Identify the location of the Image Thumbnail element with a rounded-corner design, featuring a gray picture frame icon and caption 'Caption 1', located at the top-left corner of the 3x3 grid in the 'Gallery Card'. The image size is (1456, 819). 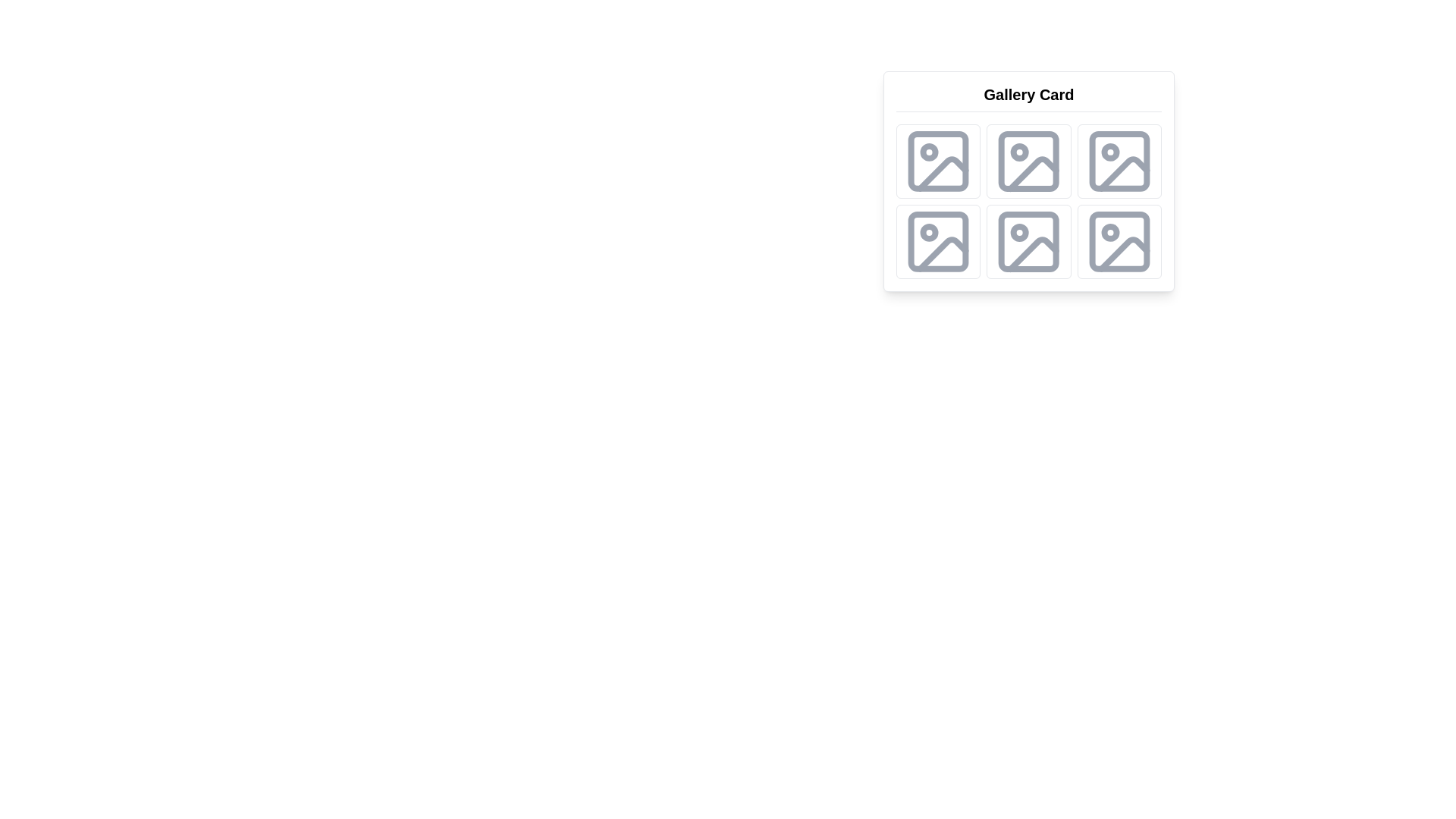
(937, 161).